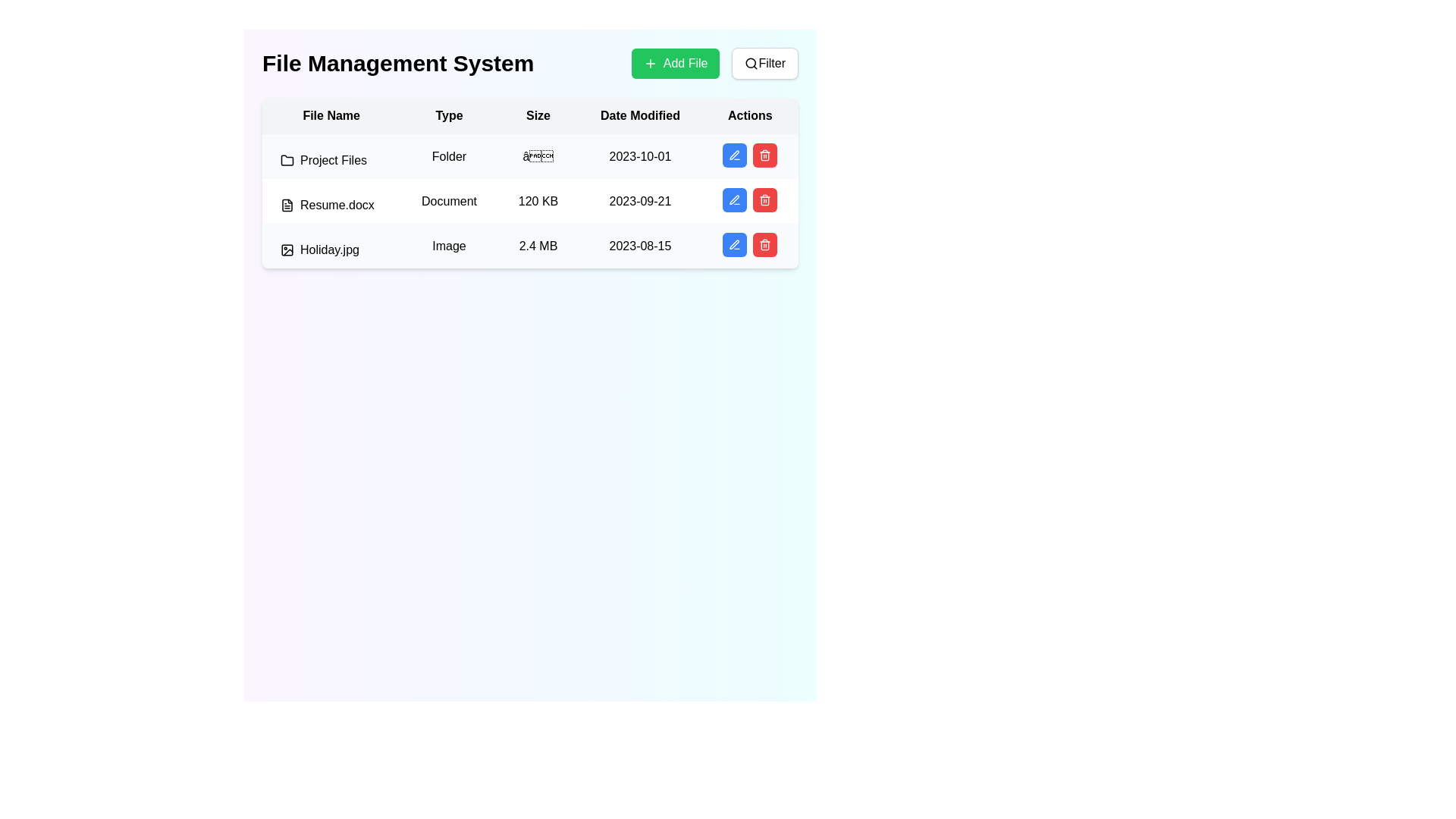 The width and height of the screenshot is (1456, 819). I want to click on the pen icon in the 'Actions' column of the second row to initiate edit mode for the 'Resume.docx' file, so click(735, 199).